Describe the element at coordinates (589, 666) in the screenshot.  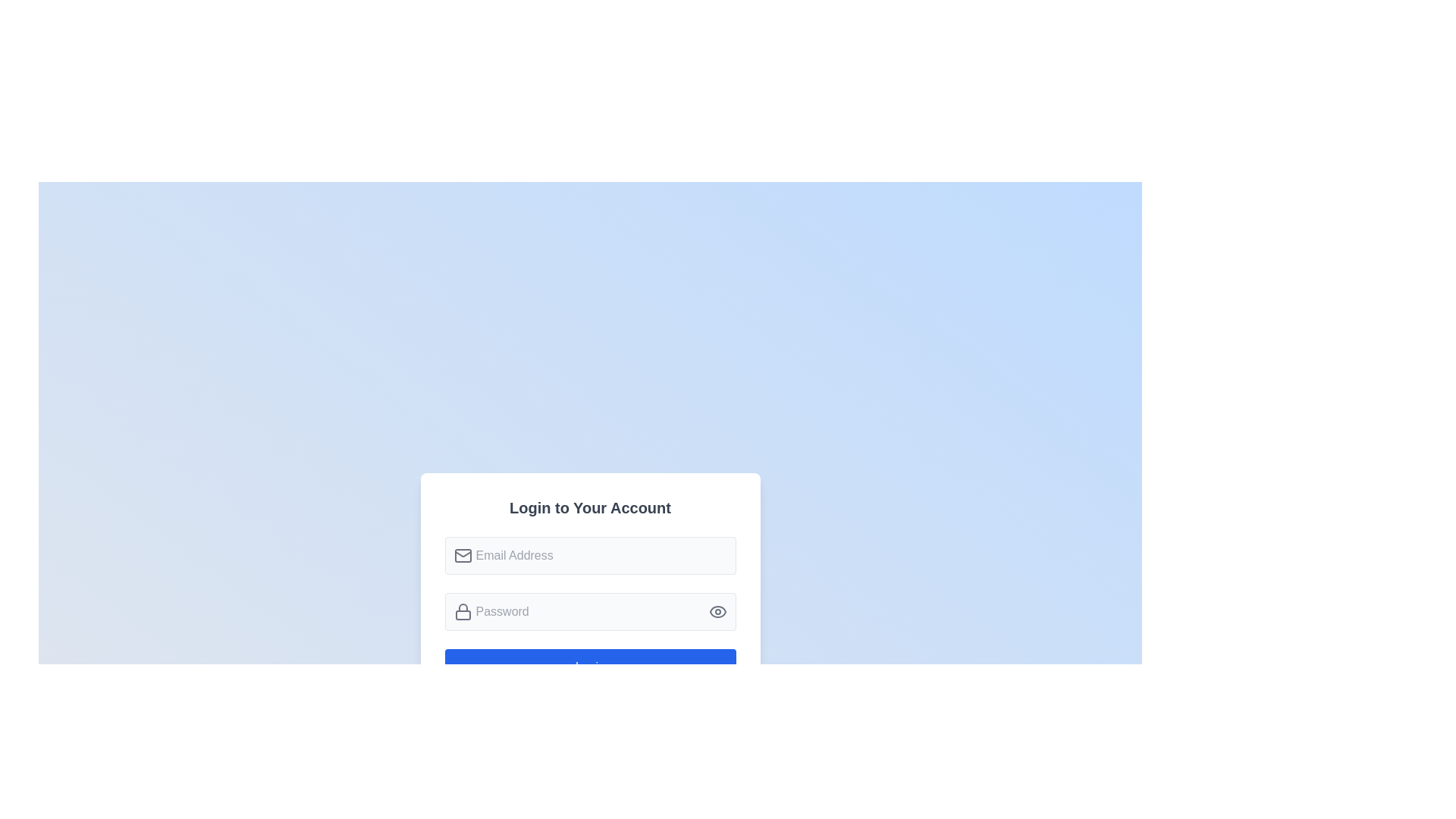
I see `the 'Login' button with a blue background and white text located at the bottom of the form` at that location.